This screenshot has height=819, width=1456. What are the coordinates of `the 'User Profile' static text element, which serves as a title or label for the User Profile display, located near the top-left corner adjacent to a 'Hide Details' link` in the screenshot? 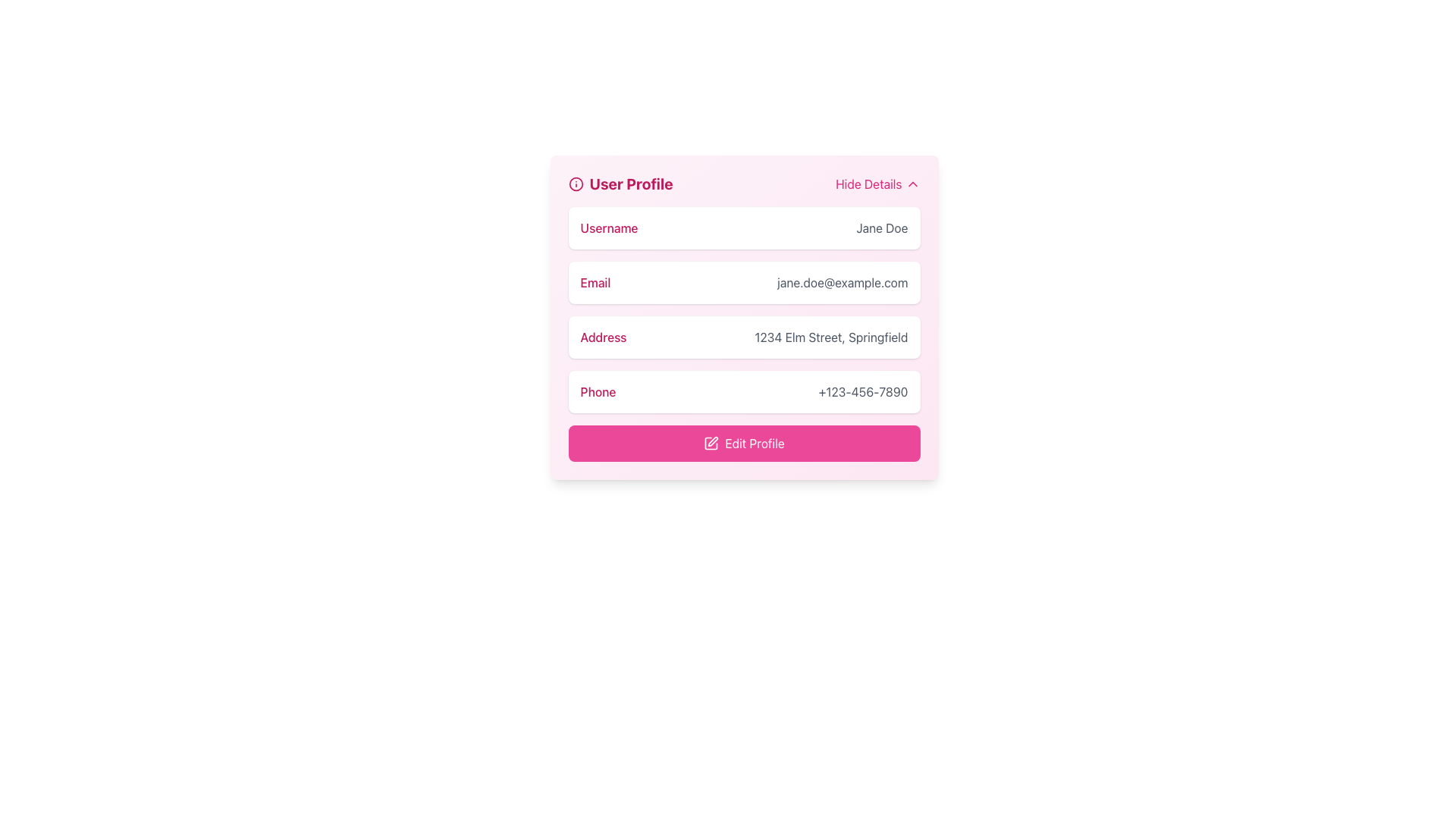 It's located at (620, 184).